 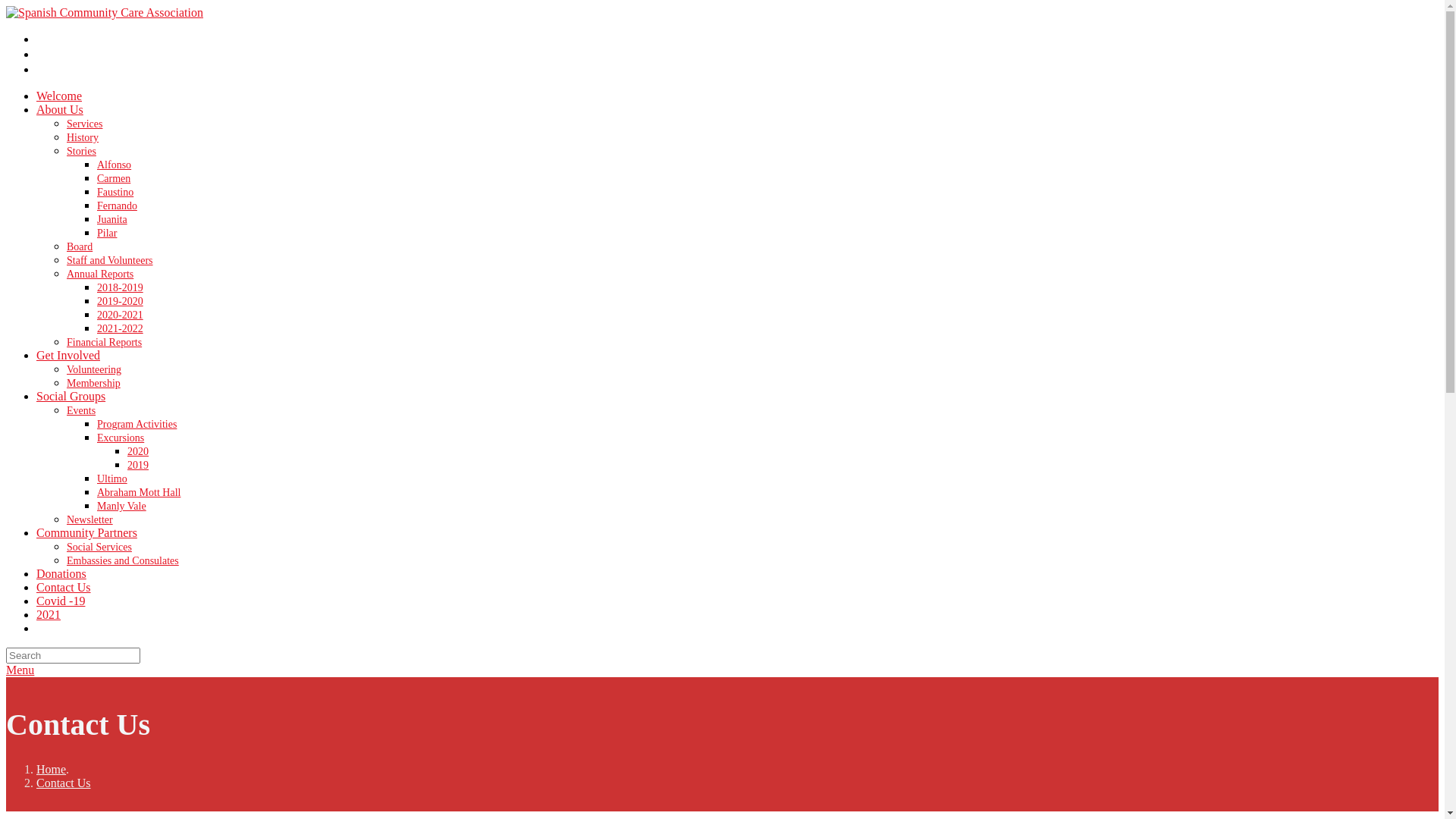 I want to click on 'Newsletter', so click(x=89, y=519).